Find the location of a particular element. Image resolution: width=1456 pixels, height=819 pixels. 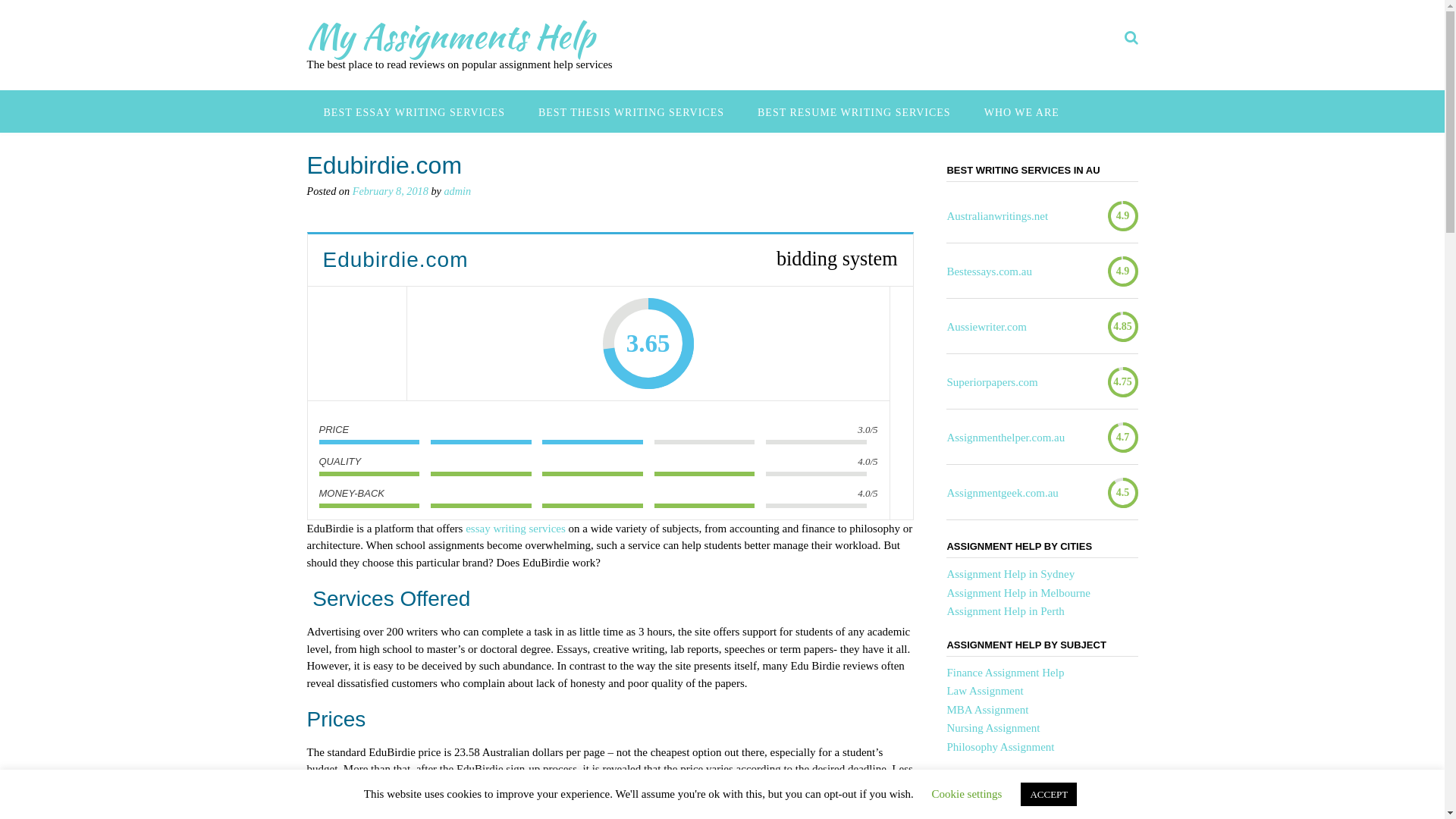

'Superiorpapers.com' is located at coordinates (992, 381).